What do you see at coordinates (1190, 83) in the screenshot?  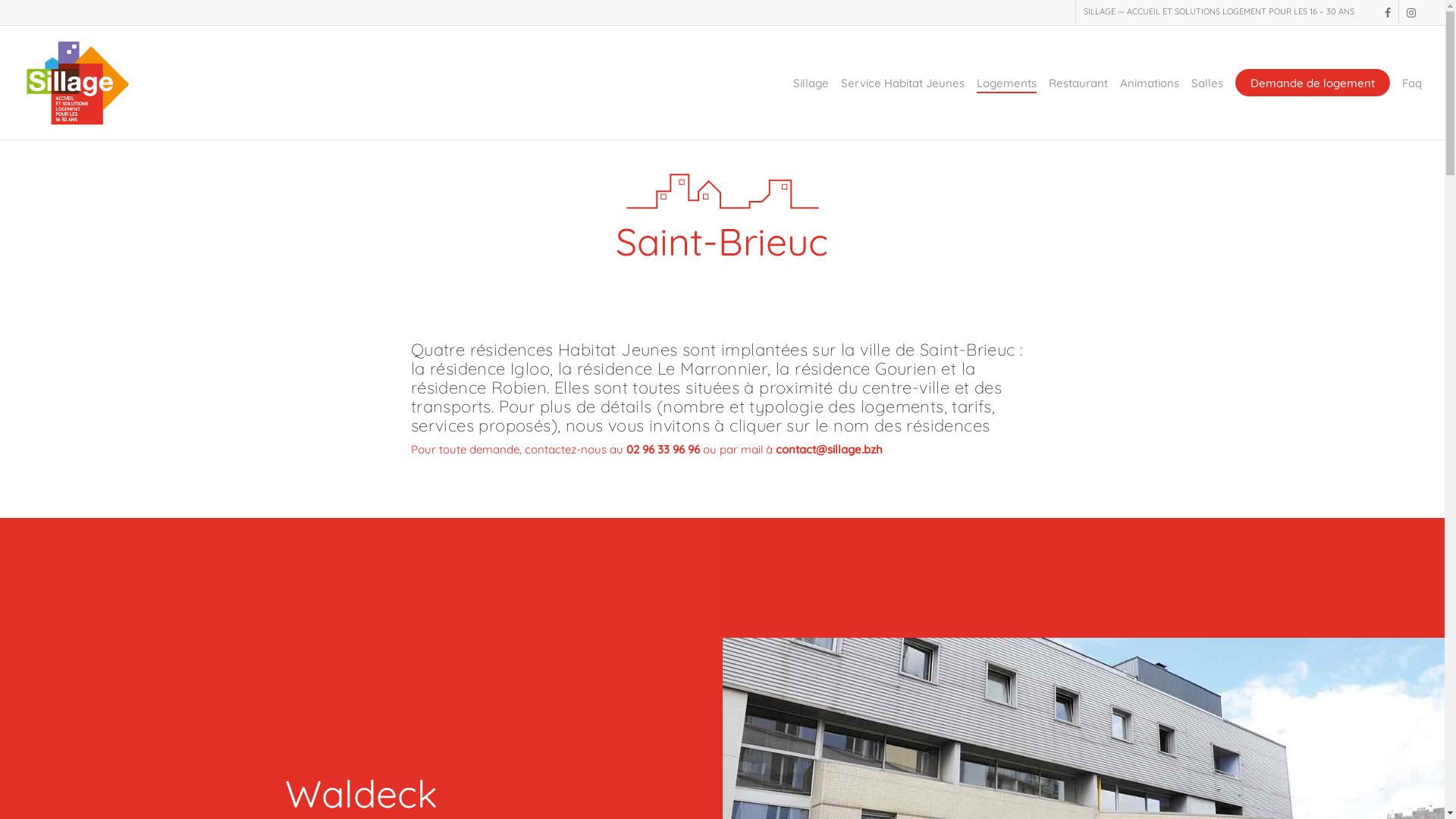 I see `'Salles'` at bounding box center [1190, 83].